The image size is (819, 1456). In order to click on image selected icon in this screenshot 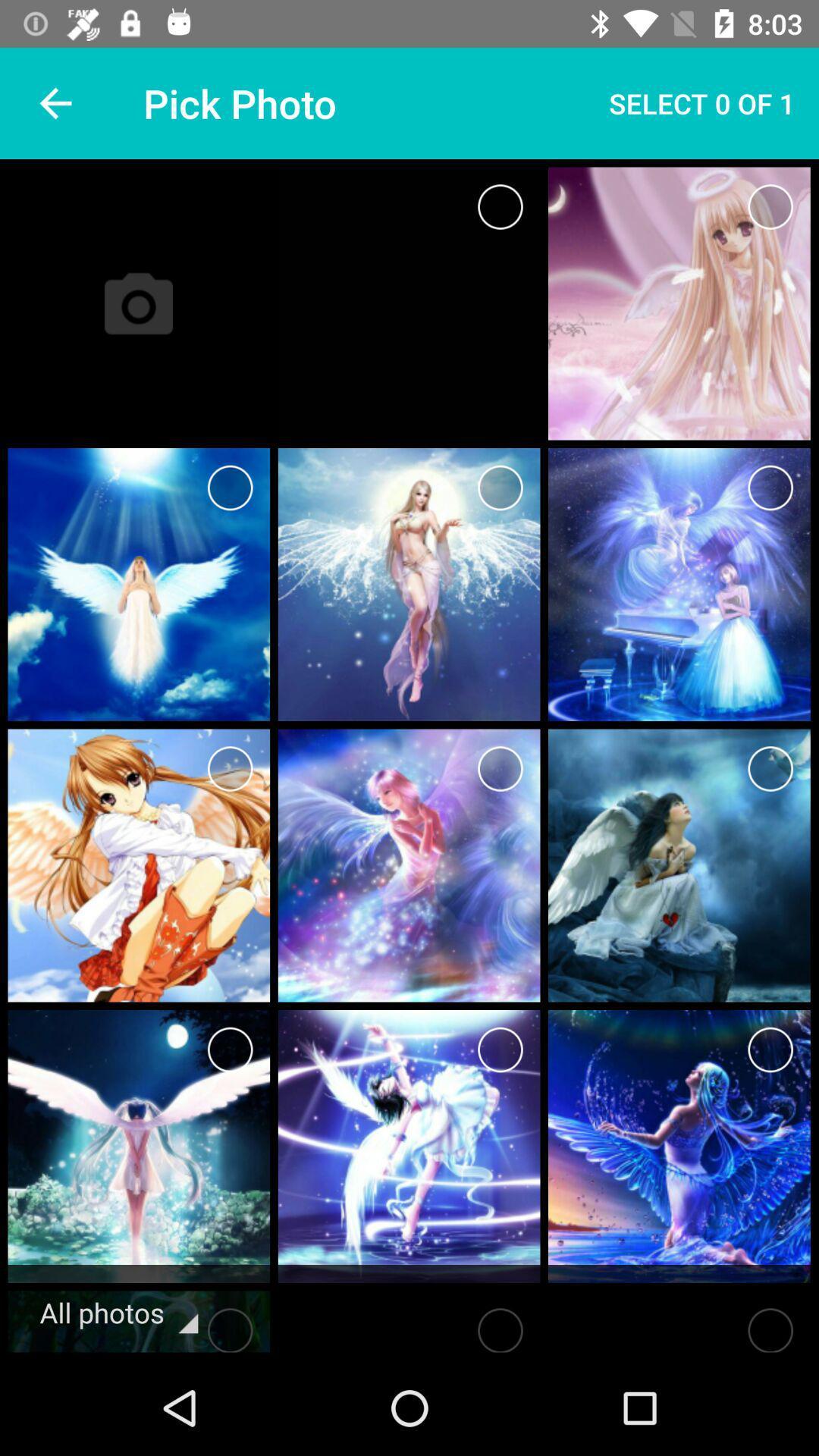, I will do `click(500, 1049)`.